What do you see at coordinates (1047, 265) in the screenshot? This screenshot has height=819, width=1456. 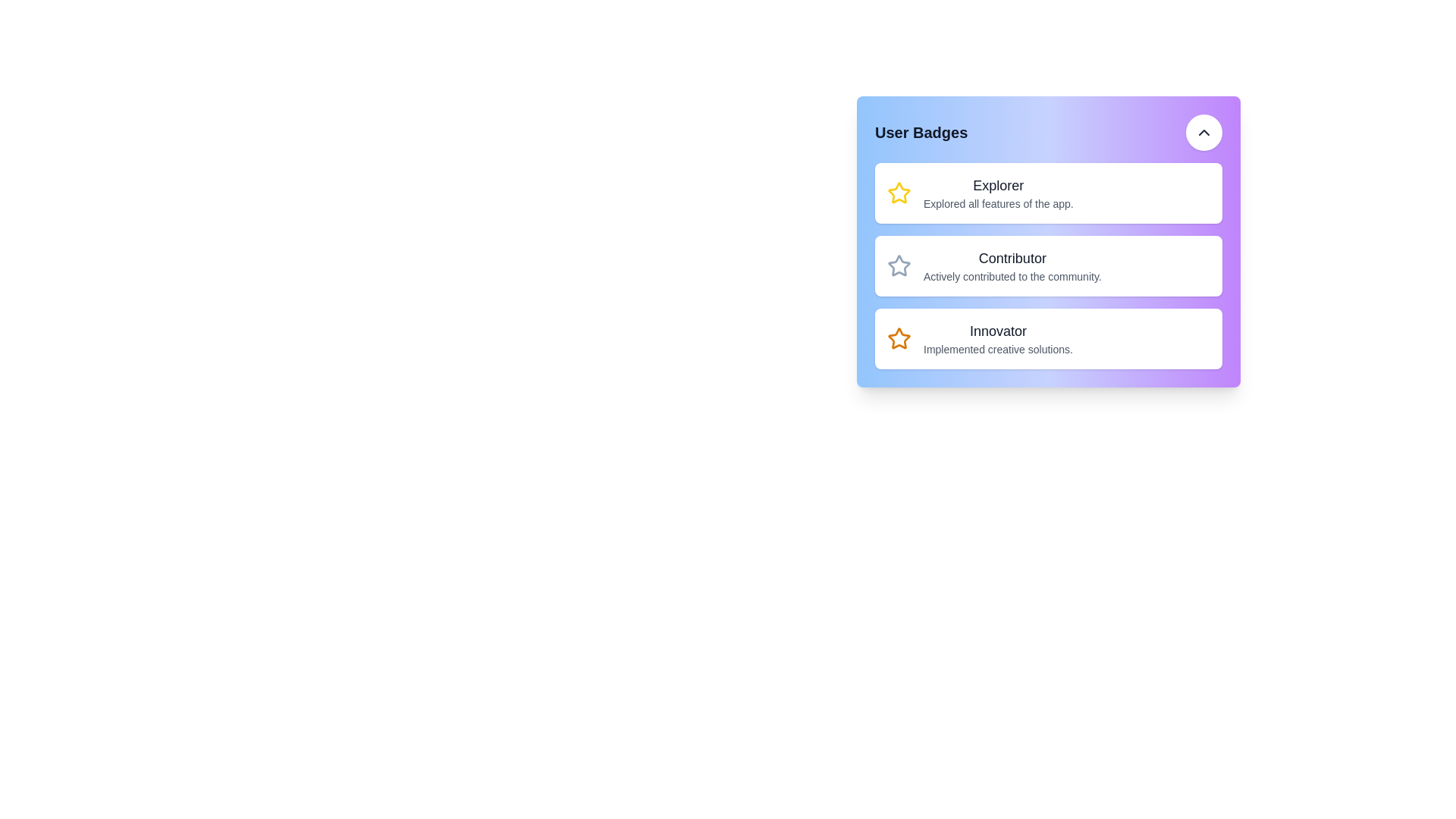 I see `the 'Contributor' badge displayed on the Informational Card, which is the second card in the list of user badges` at bounding box center [1047, 265].